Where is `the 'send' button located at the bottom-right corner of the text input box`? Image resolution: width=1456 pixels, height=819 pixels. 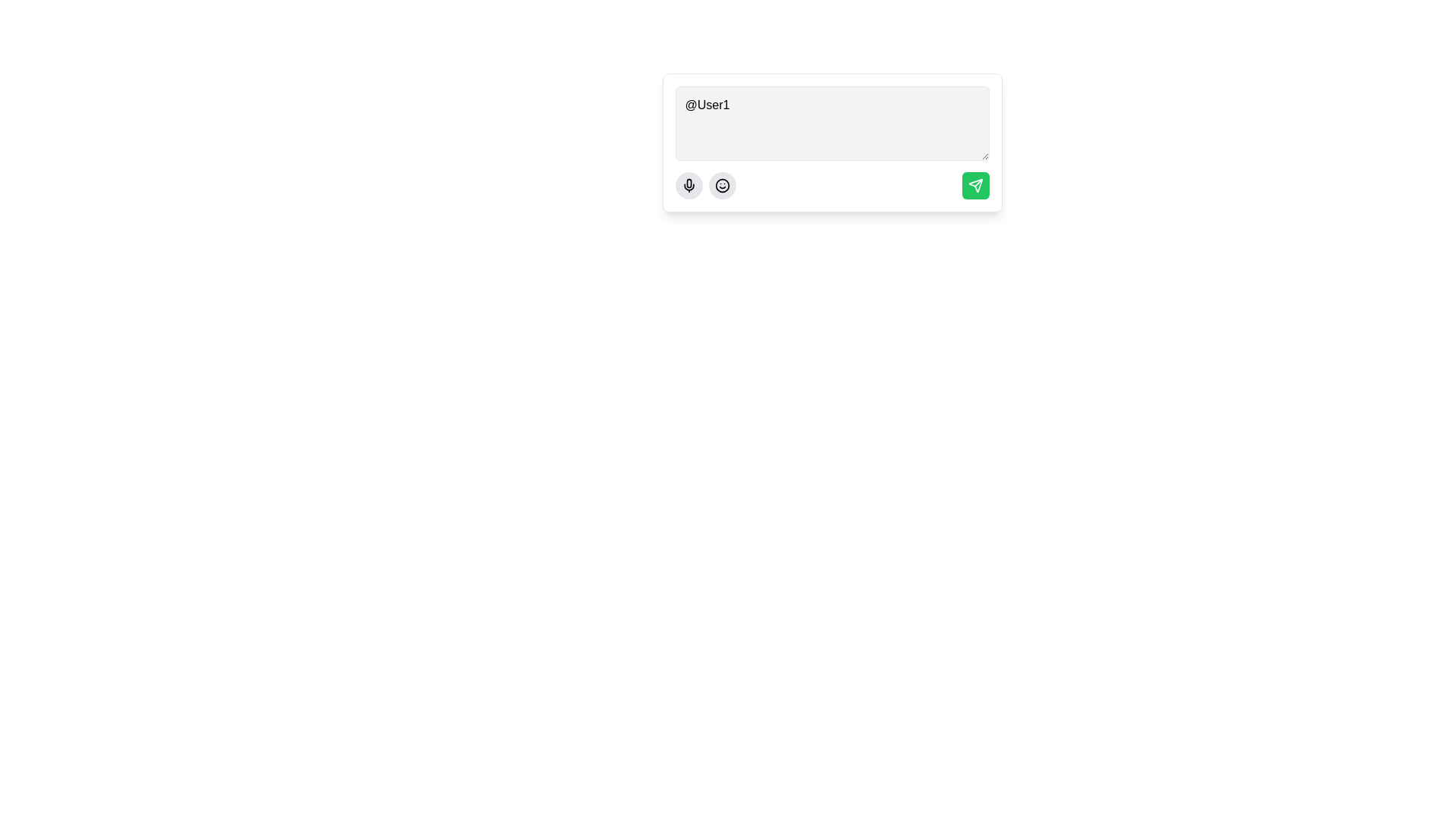
the 'send' button located at the bottom-right corner of the text input box is located at coordinates (975, 185).